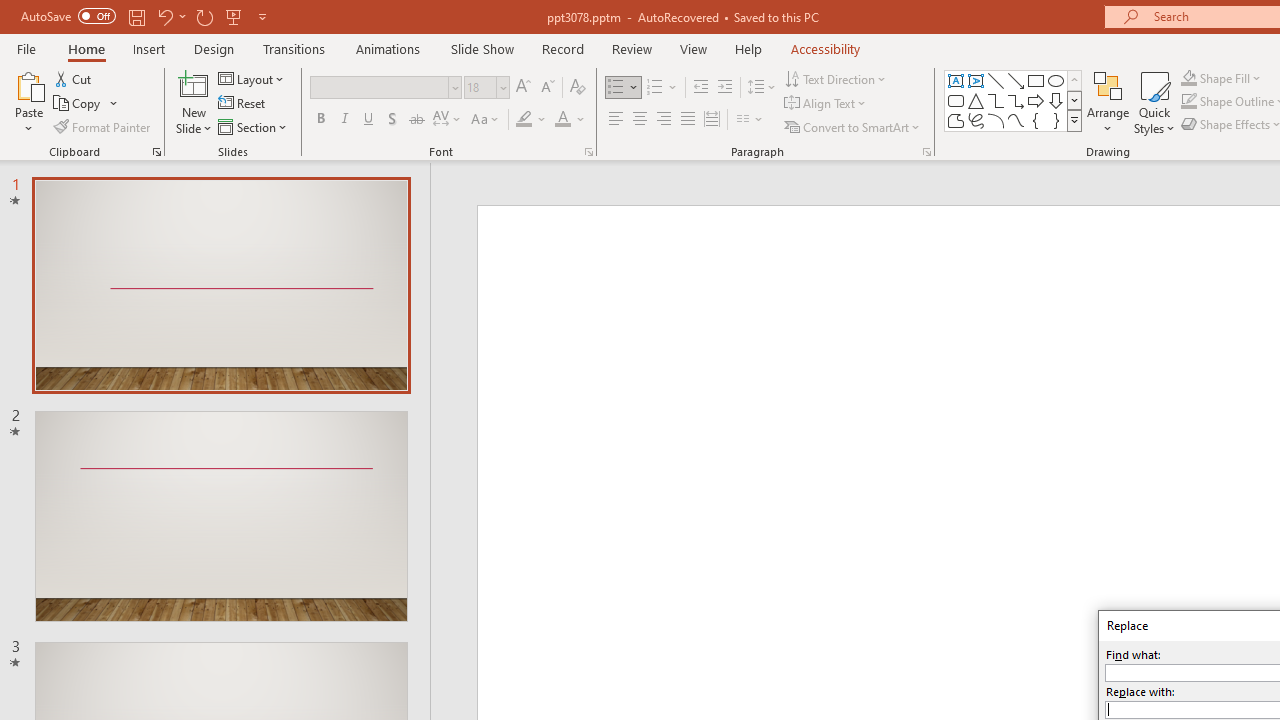 This screenshot has width=1280, height=720. I want to click on 'Reset', so click(242, 103).